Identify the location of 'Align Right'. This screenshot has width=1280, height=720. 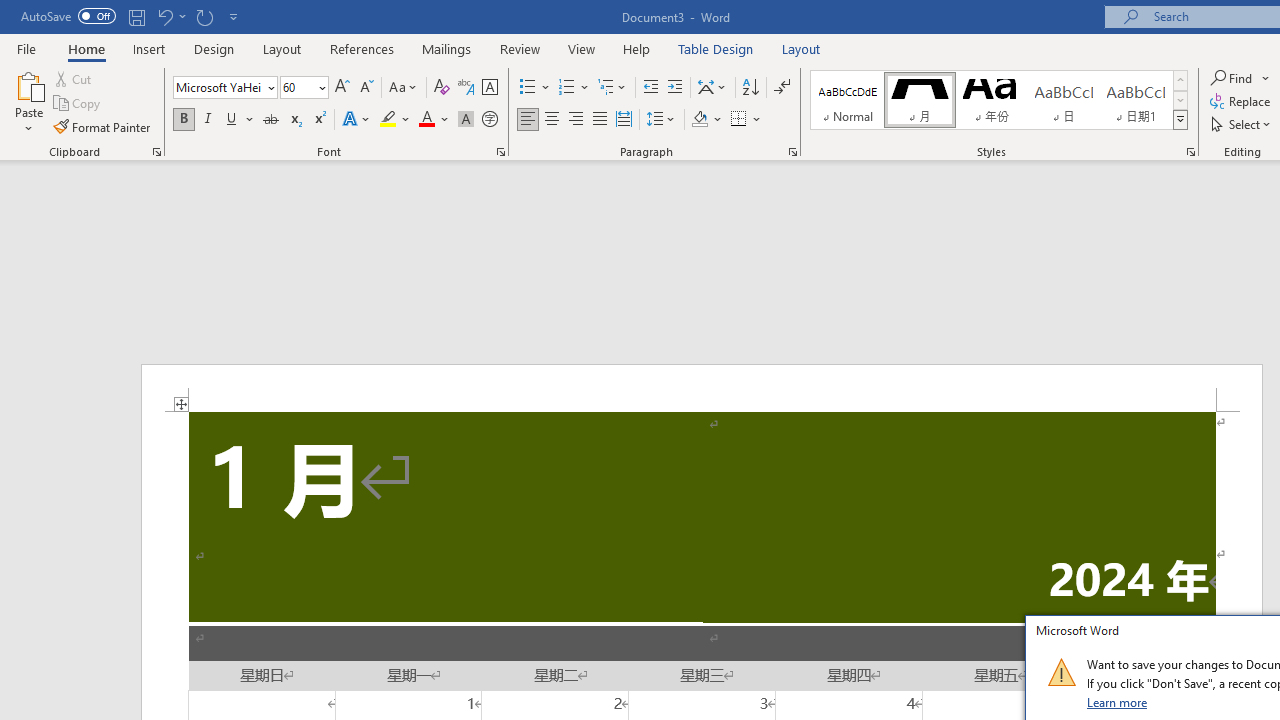
(575, 119).